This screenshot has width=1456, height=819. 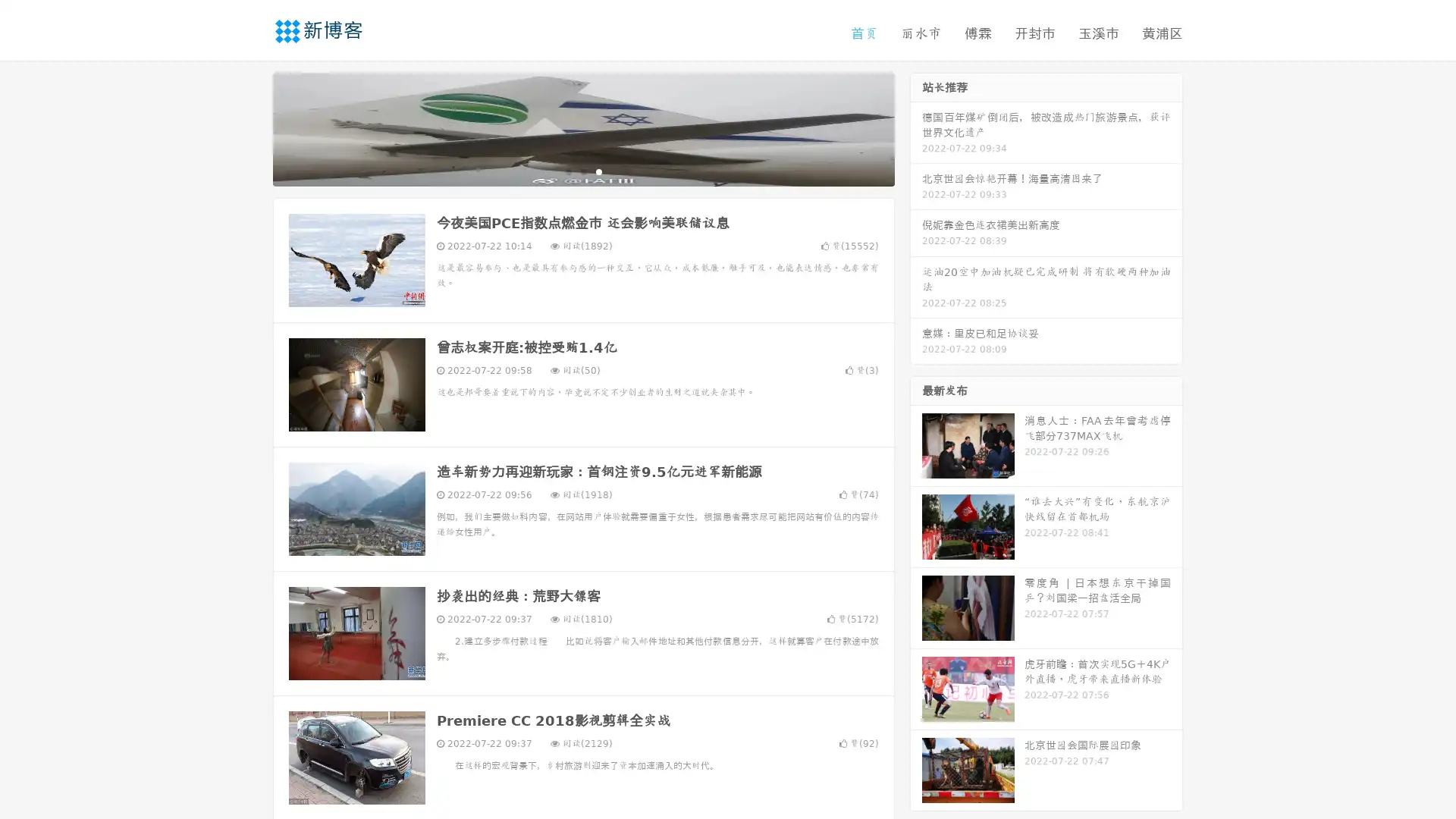 What do you see at coordinates (567, 171) in the screenshot?
I see `Go to slide 1` at bounding box center [567, 171].